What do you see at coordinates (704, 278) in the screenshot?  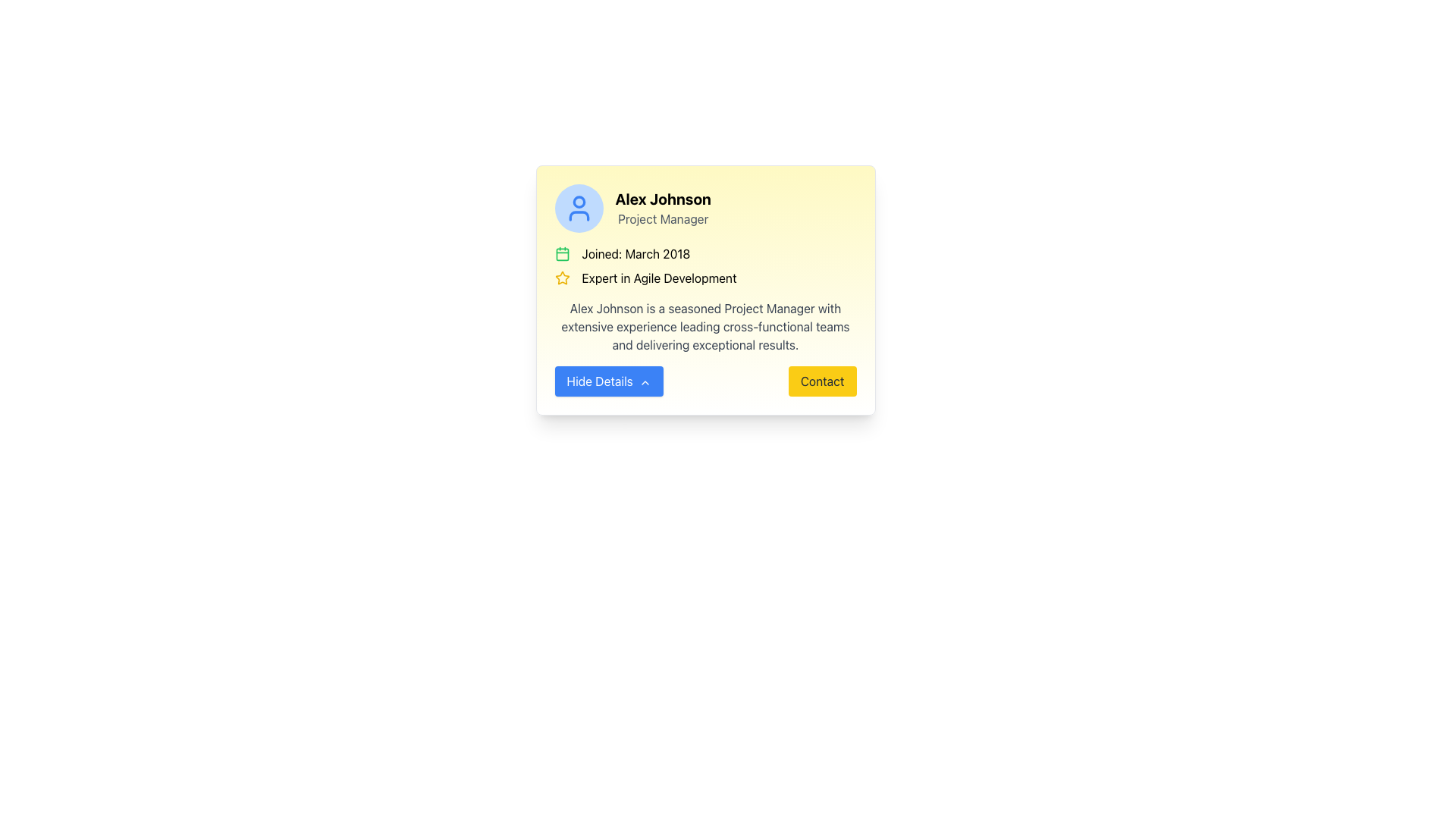 I see `the Text label with icon that indicates the individual's expertise in Agile Development, located in the middle section of the user profile card, below 'Joined: March 2018' and above the detailed description section` at bounding box center [704, 278].